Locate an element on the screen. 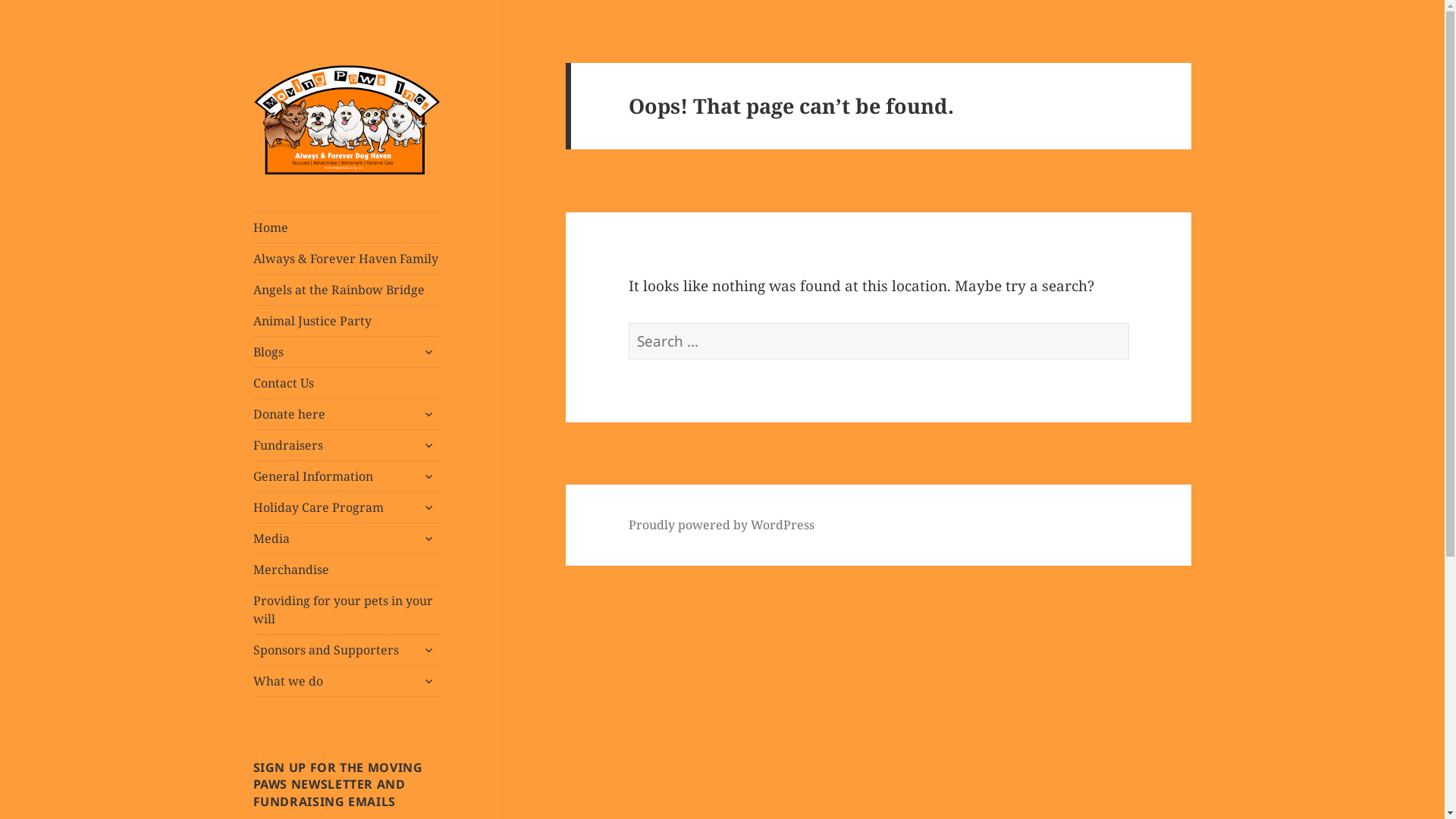 The image size is (1456, 819). 'Blogs' is located at coordinates (346, 351).